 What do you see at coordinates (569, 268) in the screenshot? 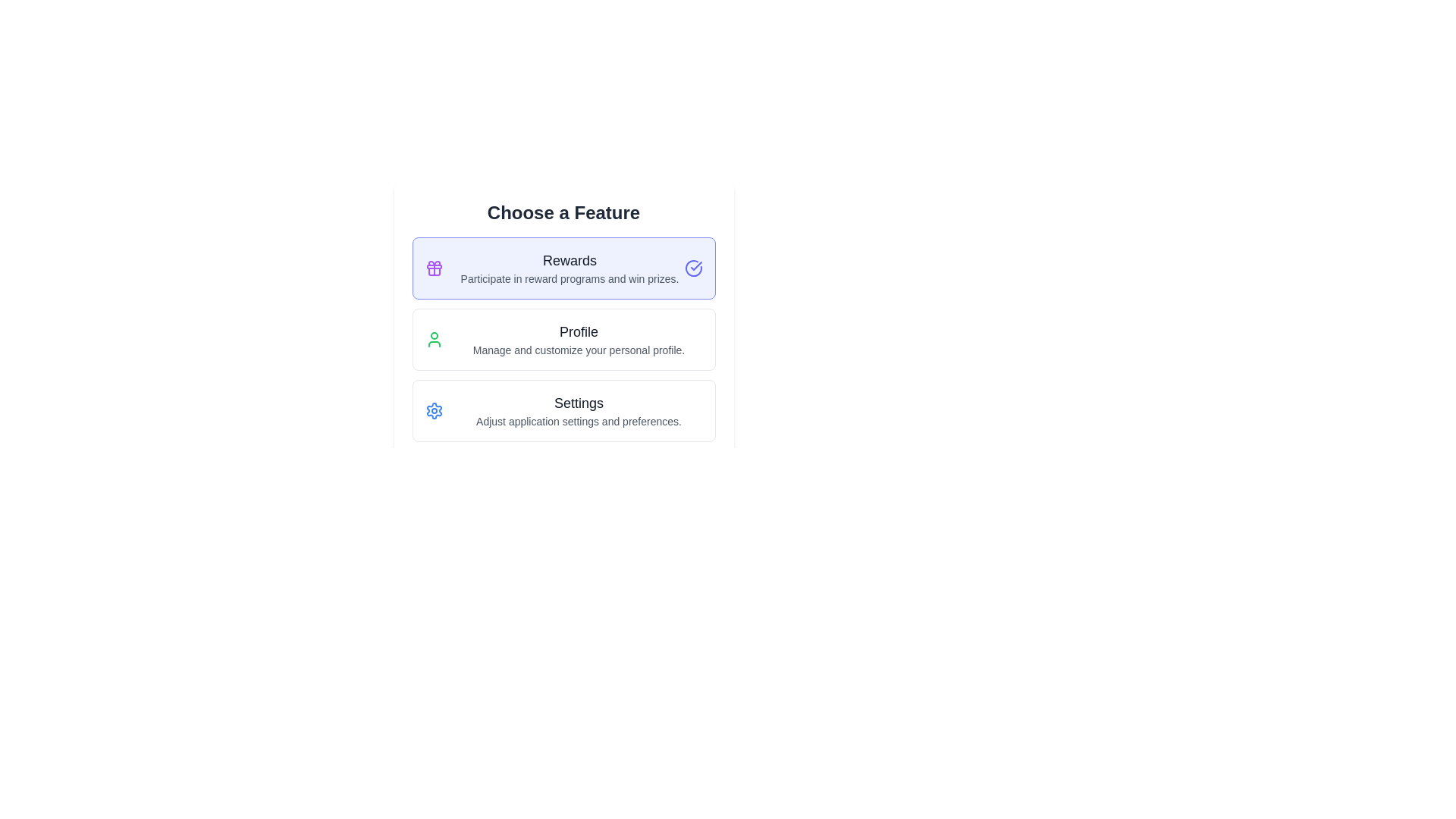
I see `the Static Text element that describes the 'Rewards' feature, located above the 'Profile' and 'Settings' buttons in the indigo-highlighted section` at bounding box center [569, 268].